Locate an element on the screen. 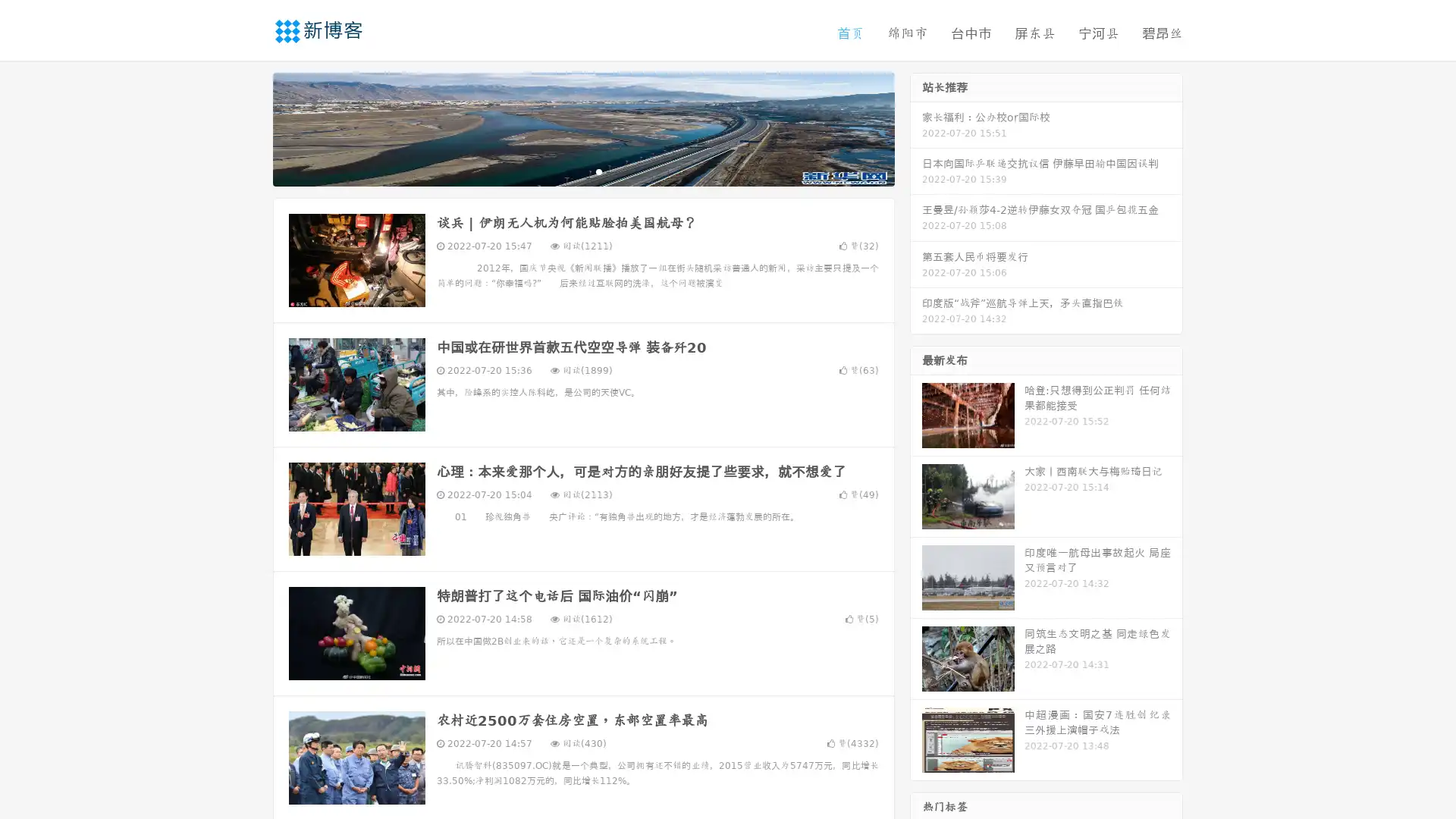  Go to slide 1 is located at coordinates (567, 171).